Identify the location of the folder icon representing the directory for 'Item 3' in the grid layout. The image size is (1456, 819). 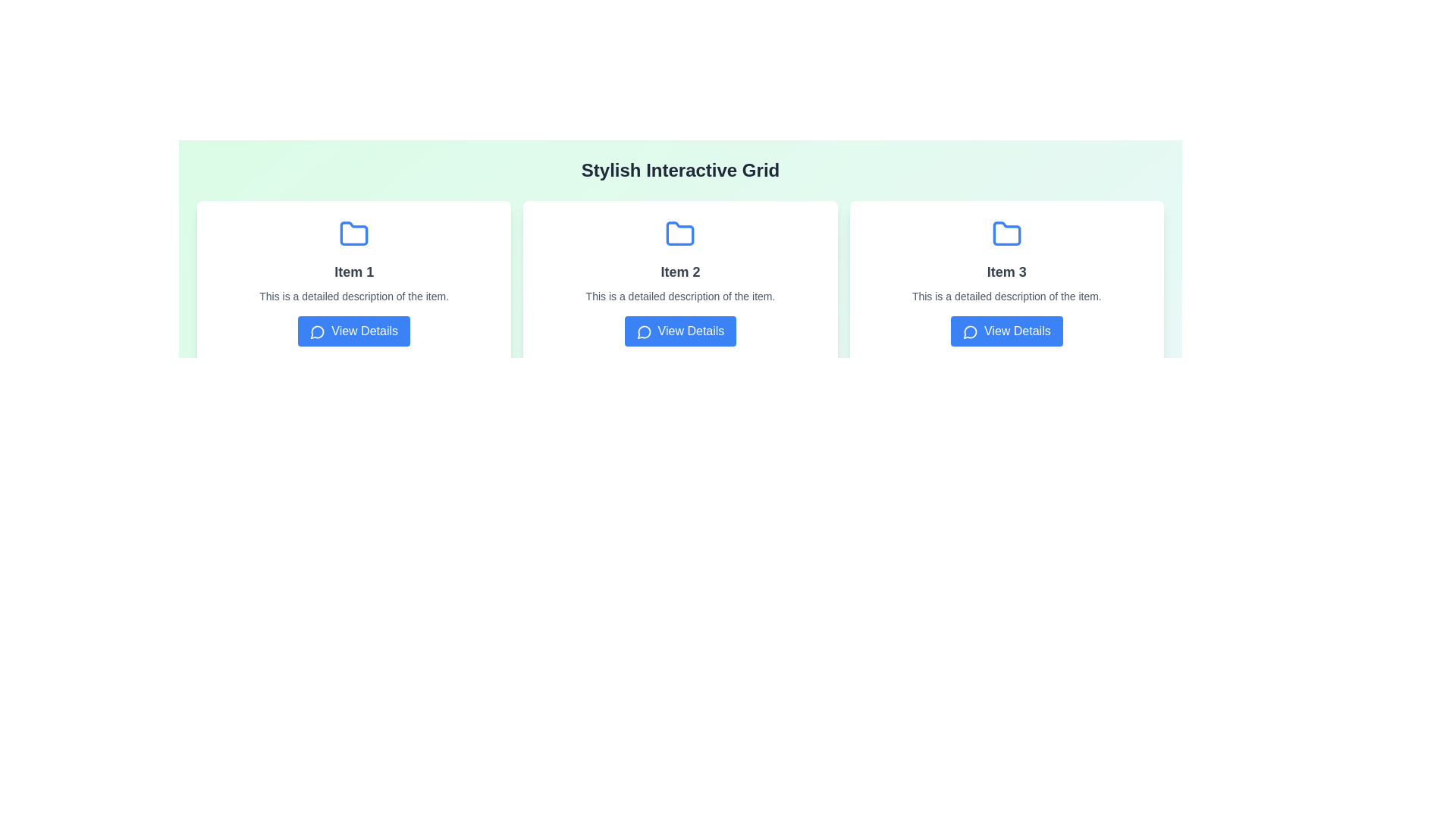
(1006, 234).